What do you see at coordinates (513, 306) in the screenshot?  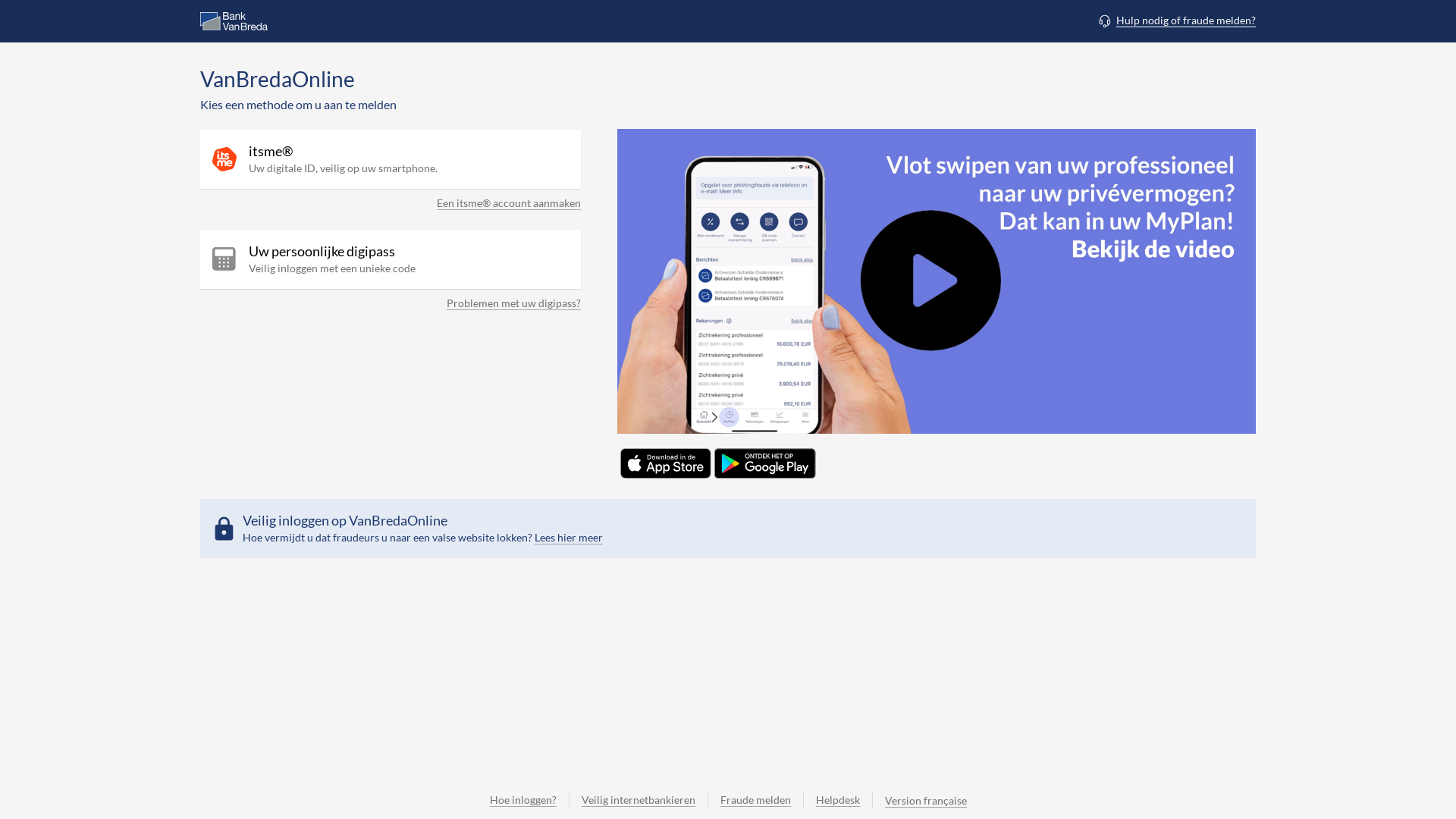 I see `'Problemen met uw digipass?'` at bounding box center [513, 306].